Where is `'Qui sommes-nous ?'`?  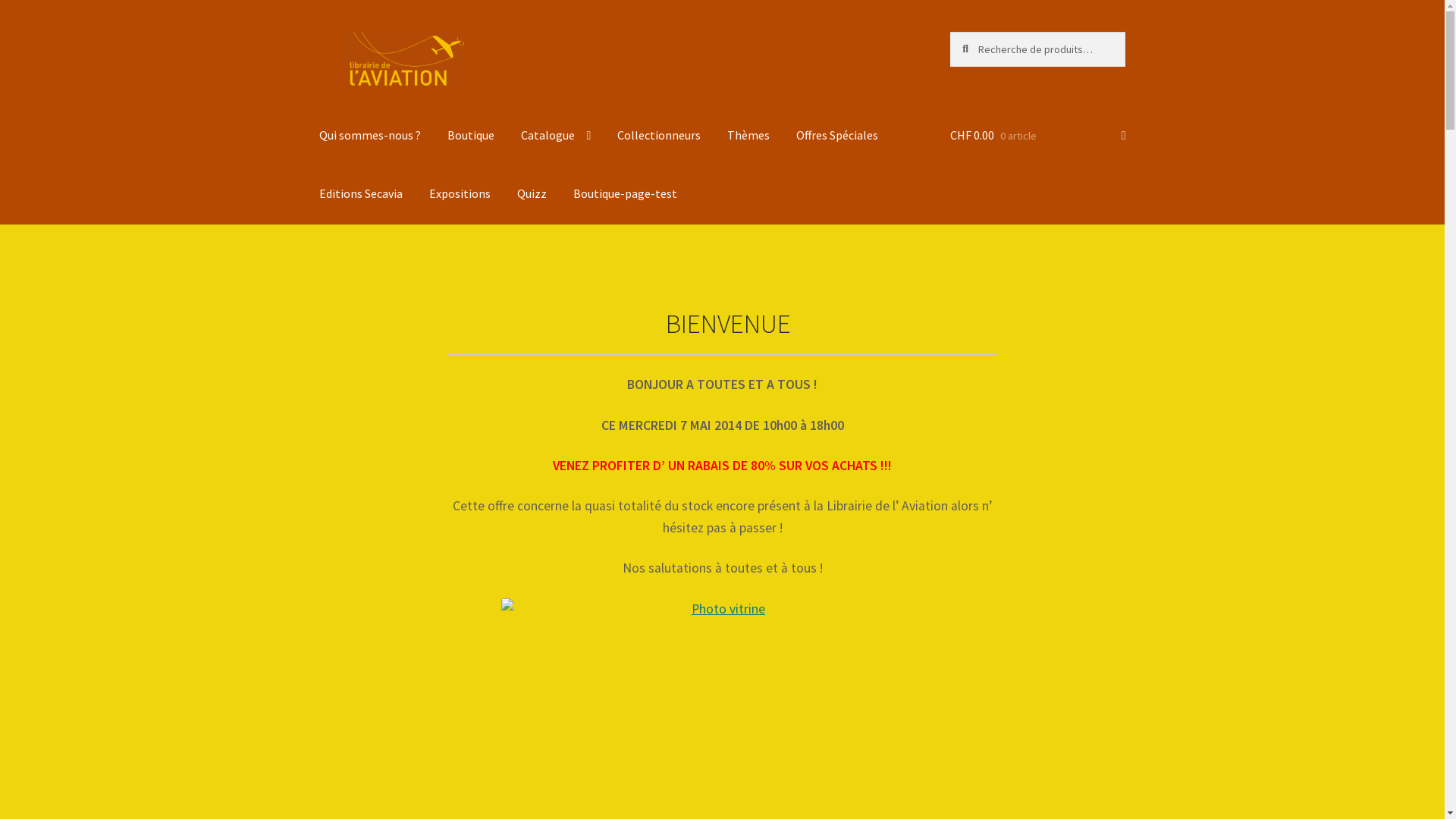
'Qui sommes-nous ?' is located at coordinates (370, 134).